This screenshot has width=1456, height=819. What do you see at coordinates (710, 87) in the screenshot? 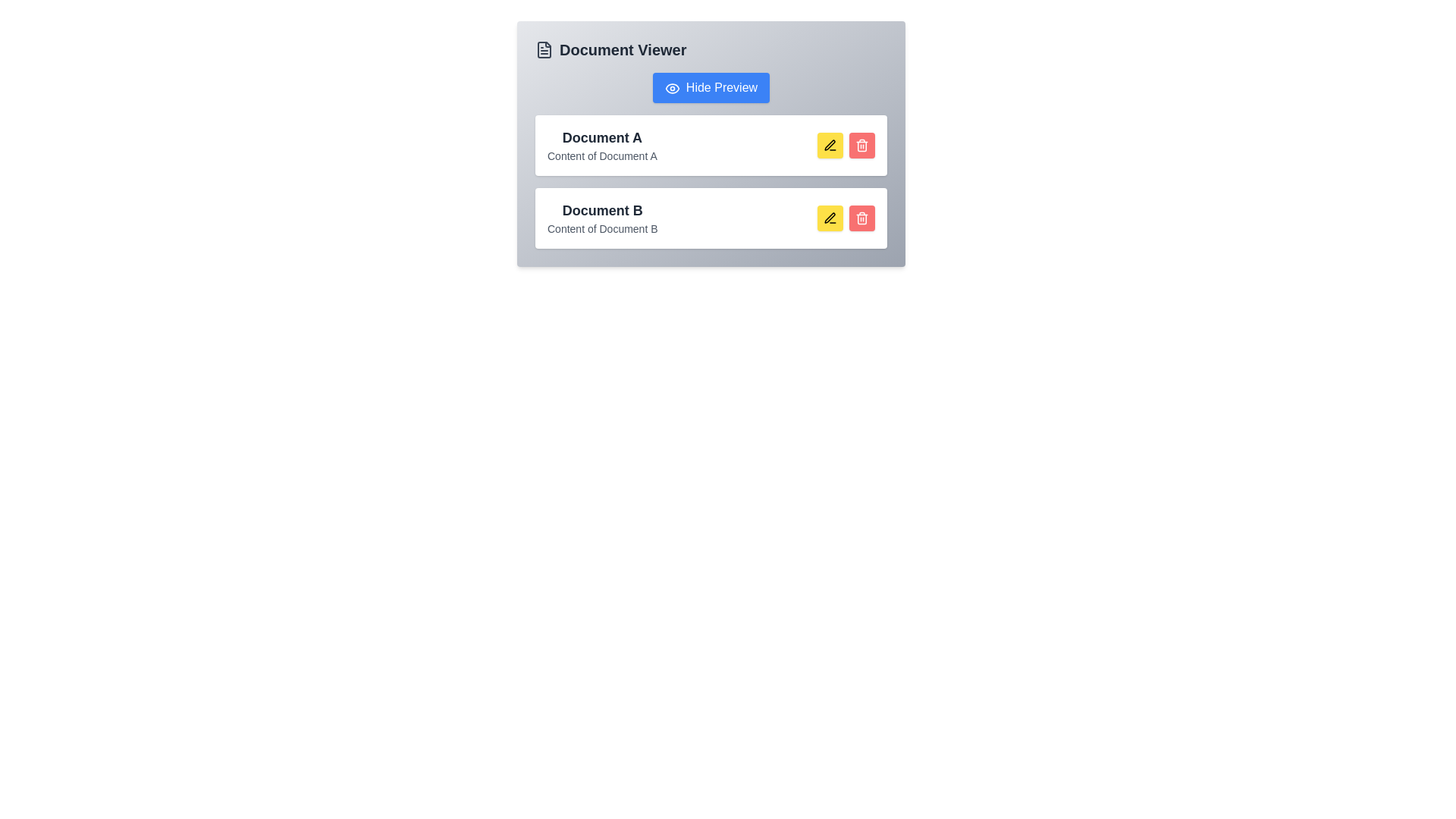
I see `the rectangular button with rounded corners, blue background, and white text that reads 'Hide Preview'` at bounding box center [710, 87].